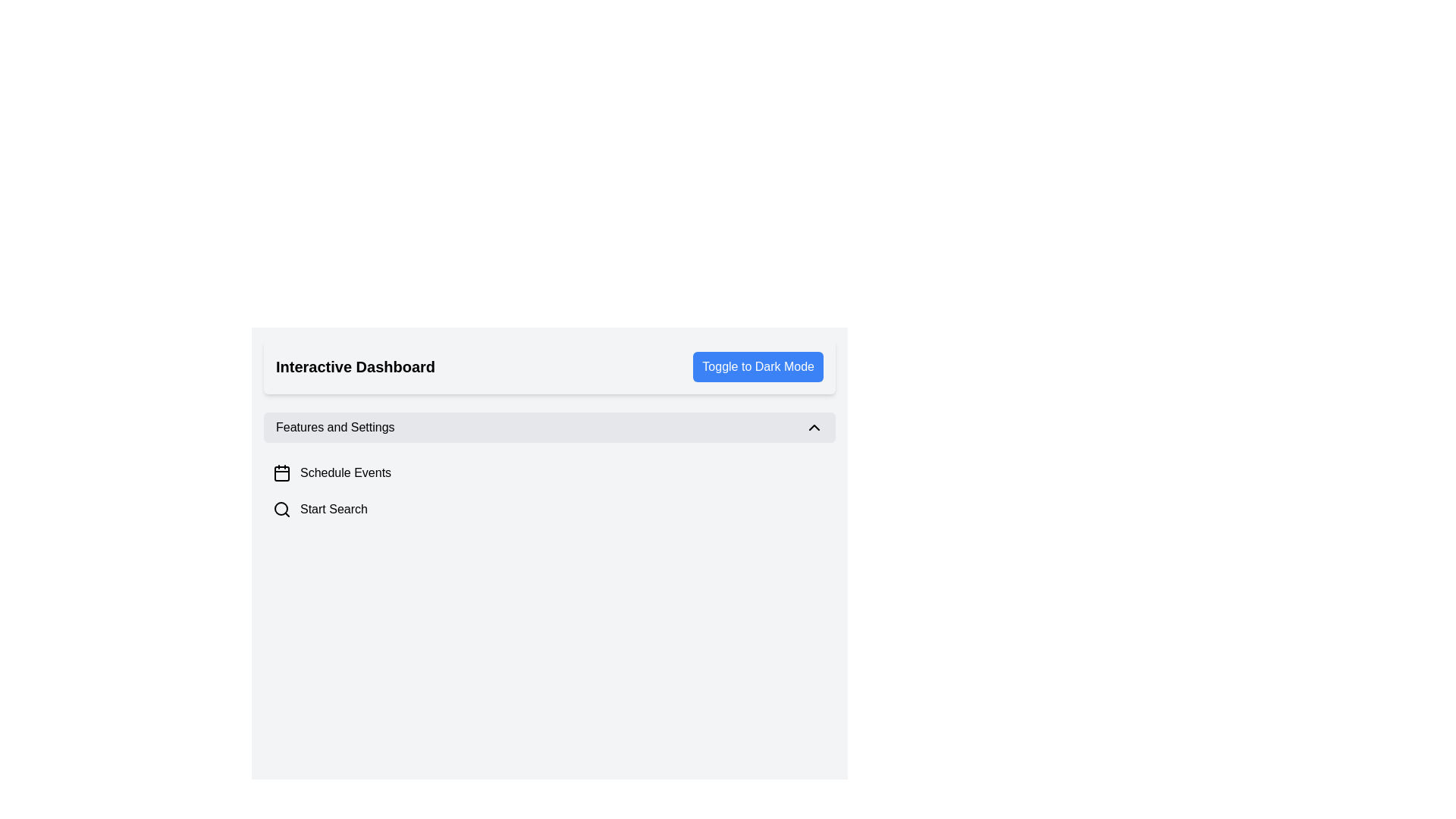 Image resolution: width=1456 pixels, height=819 pixels. I want to click on the 'Schedule Events' option in the composite menu located below the title 'Features and Settings', so click(548, 469).